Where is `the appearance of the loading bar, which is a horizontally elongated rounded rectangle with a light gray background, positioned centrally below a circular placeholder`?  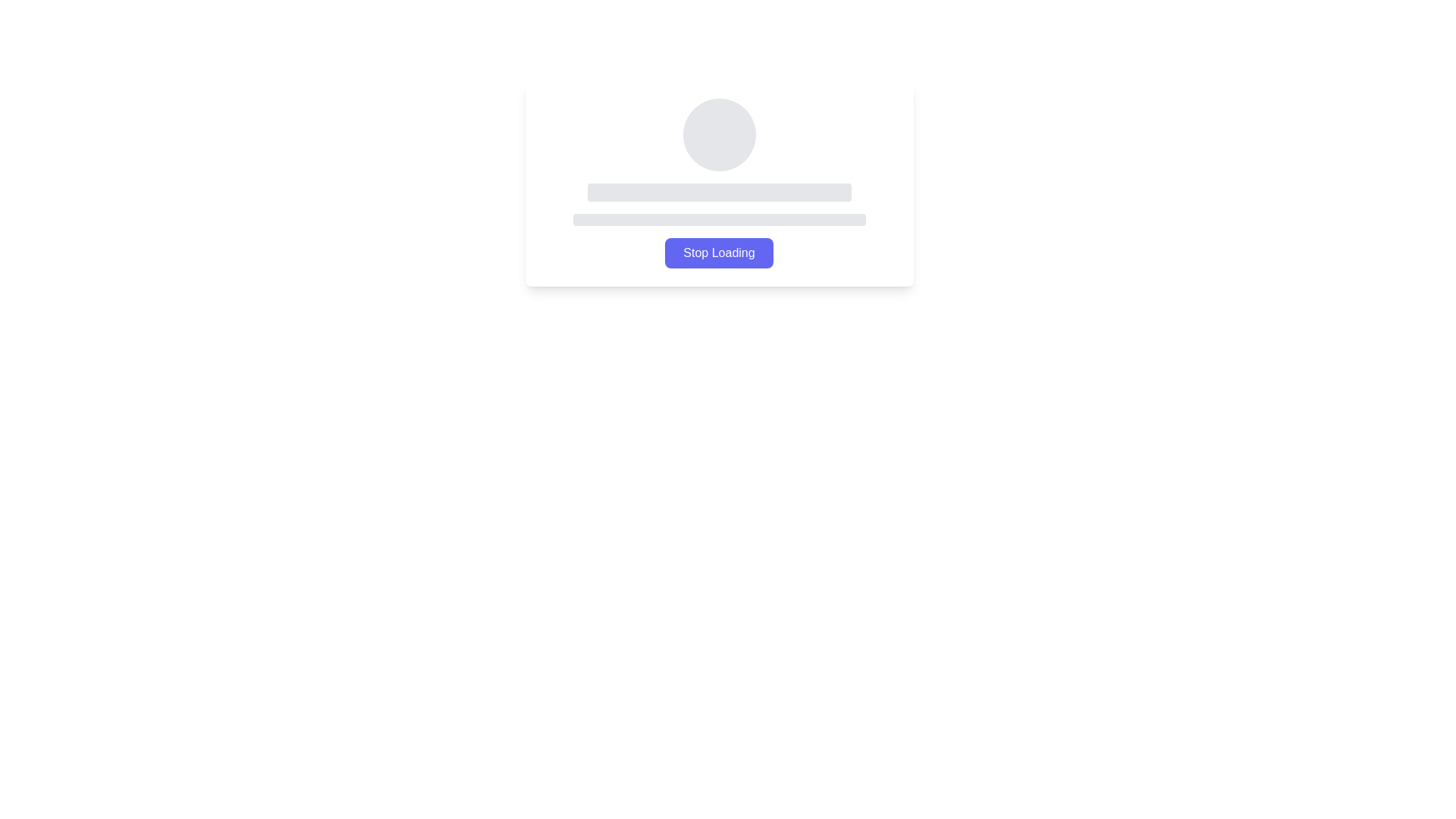 the appearance of the loading bar, which is a horizontally elongated rounded rectangle with a light gray background, positioned centrally below a circular placeholder is located at coordinates (718, 192).